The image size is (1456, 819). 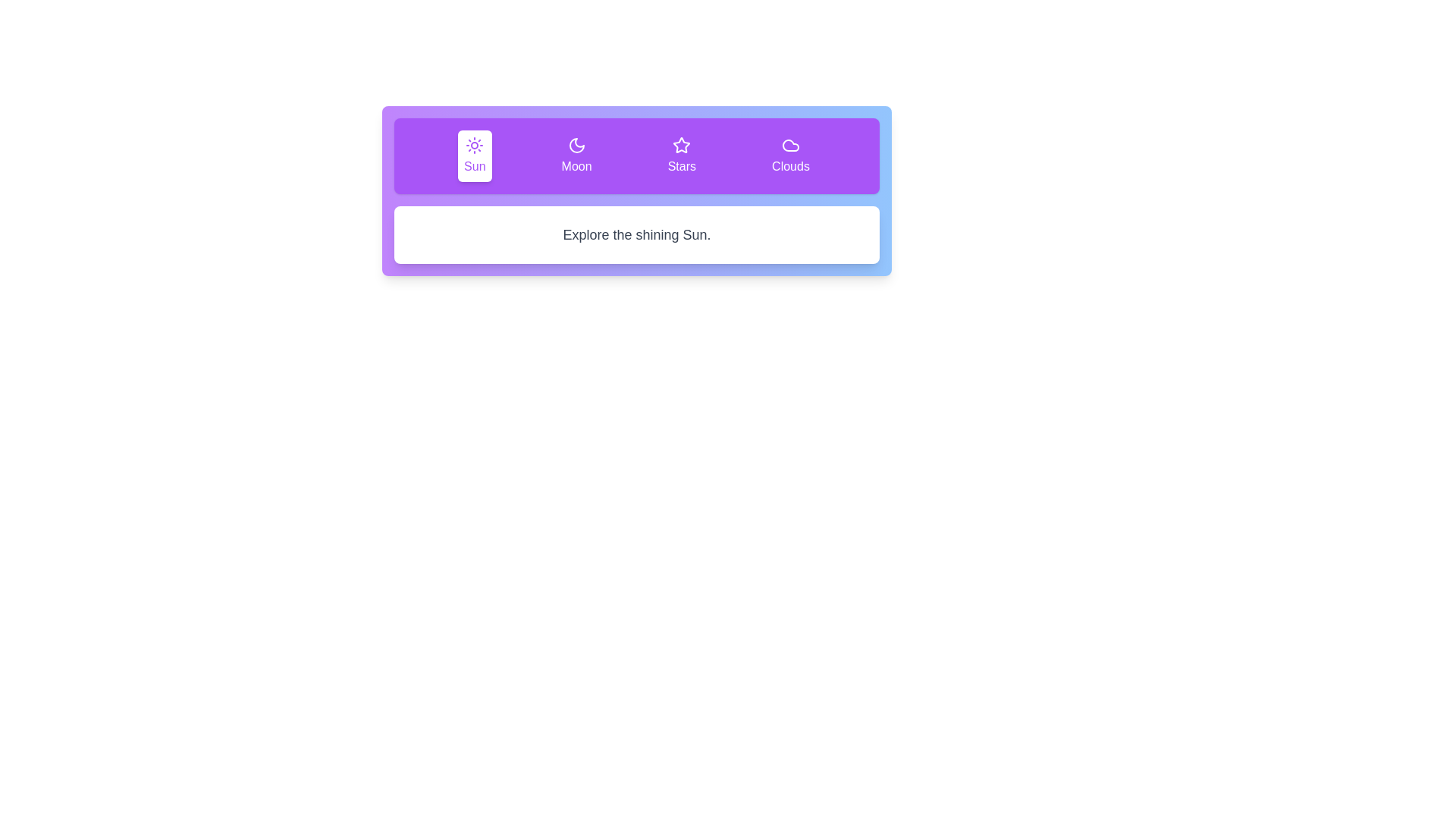 I want to click on text of the label that is centrally aligned beneath the sun icon, which provides context to the user about the sun icon, so click(x=474, y=166).